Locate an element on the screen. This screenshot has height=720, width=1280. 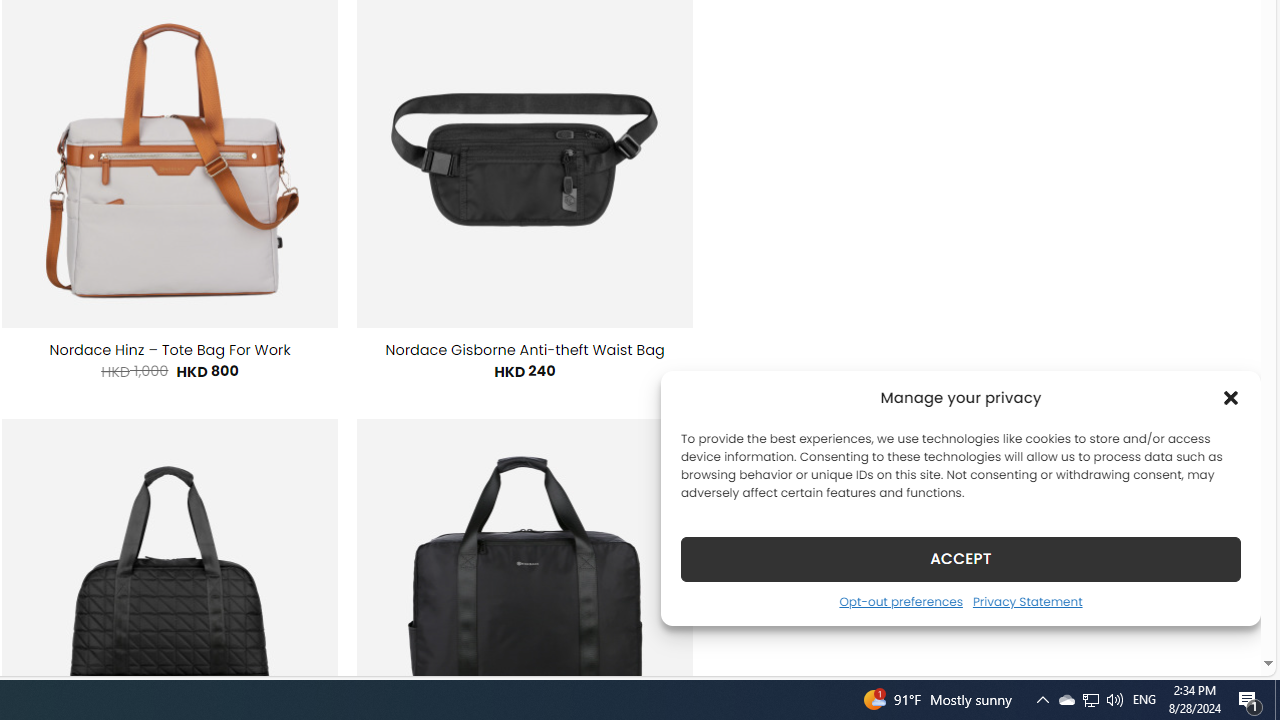
'Privacy Statement' is located at coordinates (1027, 600).